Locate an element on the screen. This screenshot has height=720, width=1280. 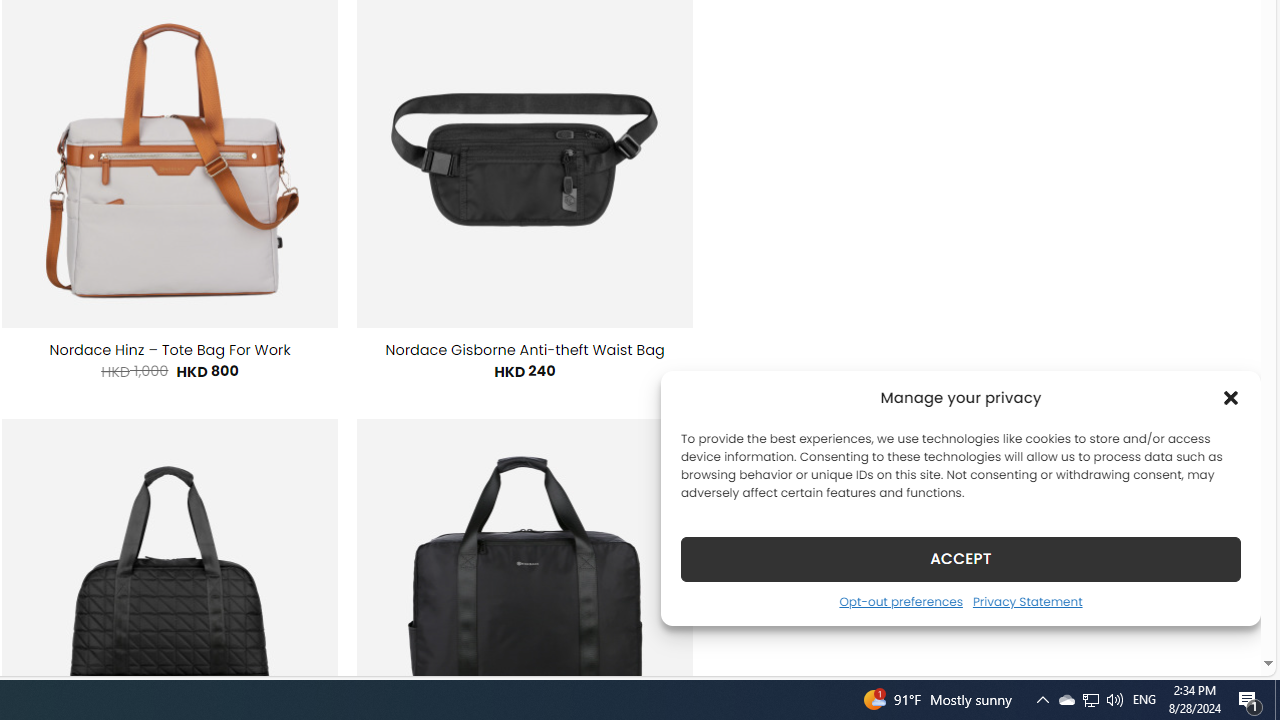
'Privacy Statement' is located at coordinates (1027, 600).